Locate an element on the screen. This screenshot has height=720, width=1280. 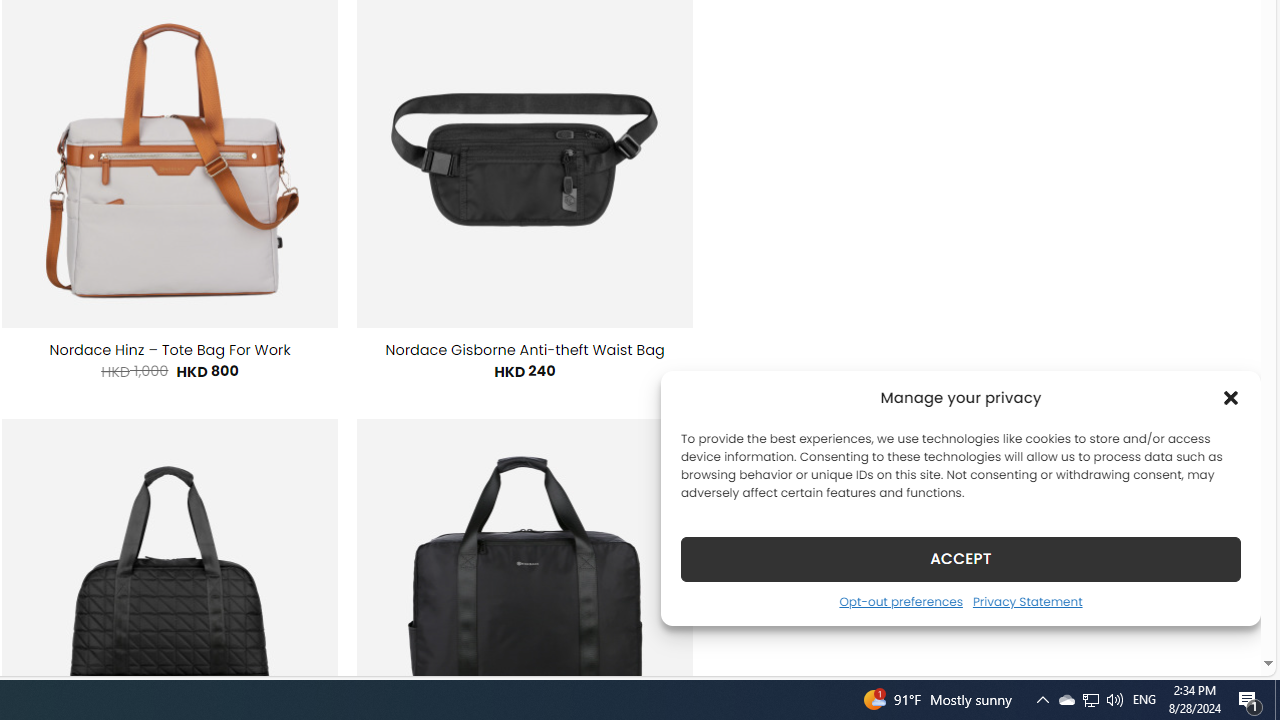
'Privacy Statement' is located at coordinates (1027, 600).